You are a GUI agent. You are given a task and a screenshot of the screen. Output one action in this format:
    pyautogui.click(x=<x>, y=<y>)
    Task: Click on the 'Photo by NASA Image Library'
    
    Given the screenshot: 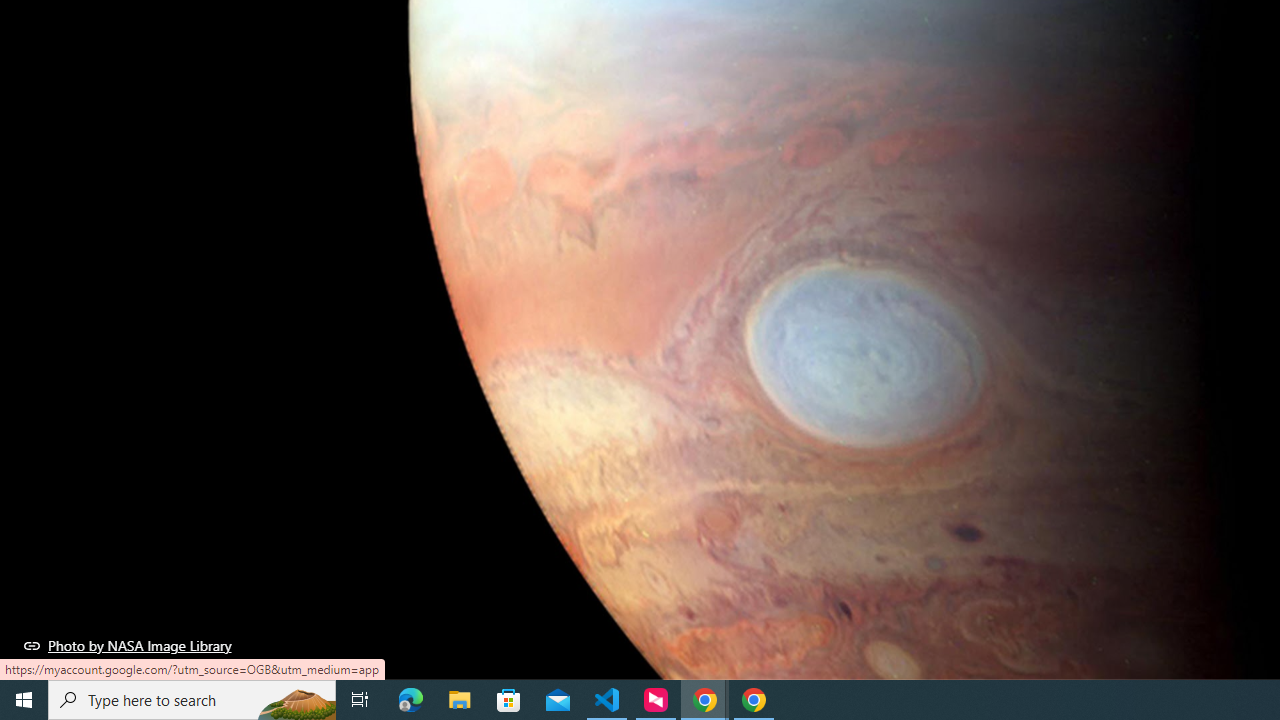 What is the action you would take?
    pyautogui.click(x=127, y=645)
    